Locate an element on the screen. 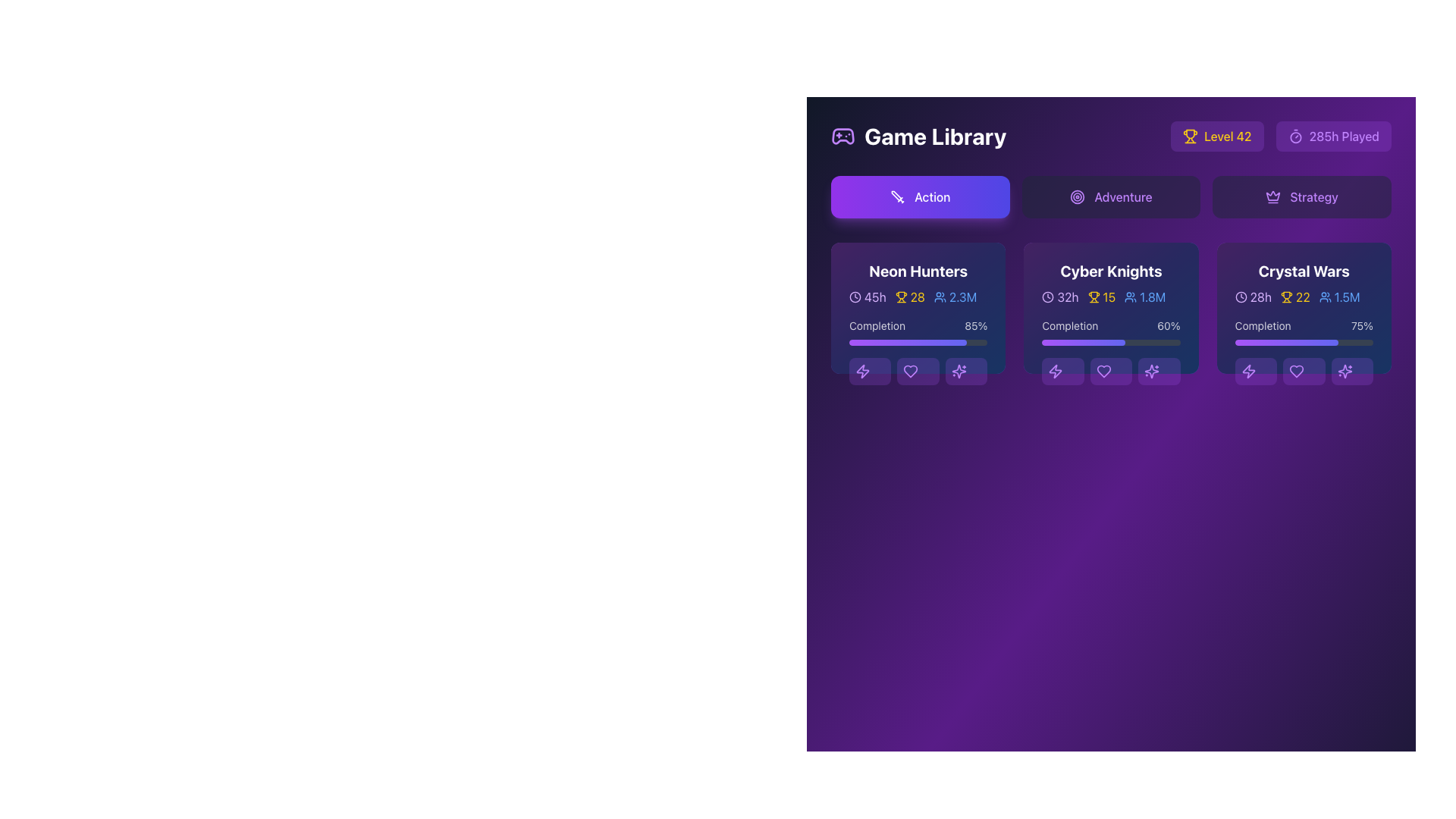  the clock icon located to the left of the text '32h' in the game library interface under the 'Cyber Knights' game card is located at coordinates (1047, 297).